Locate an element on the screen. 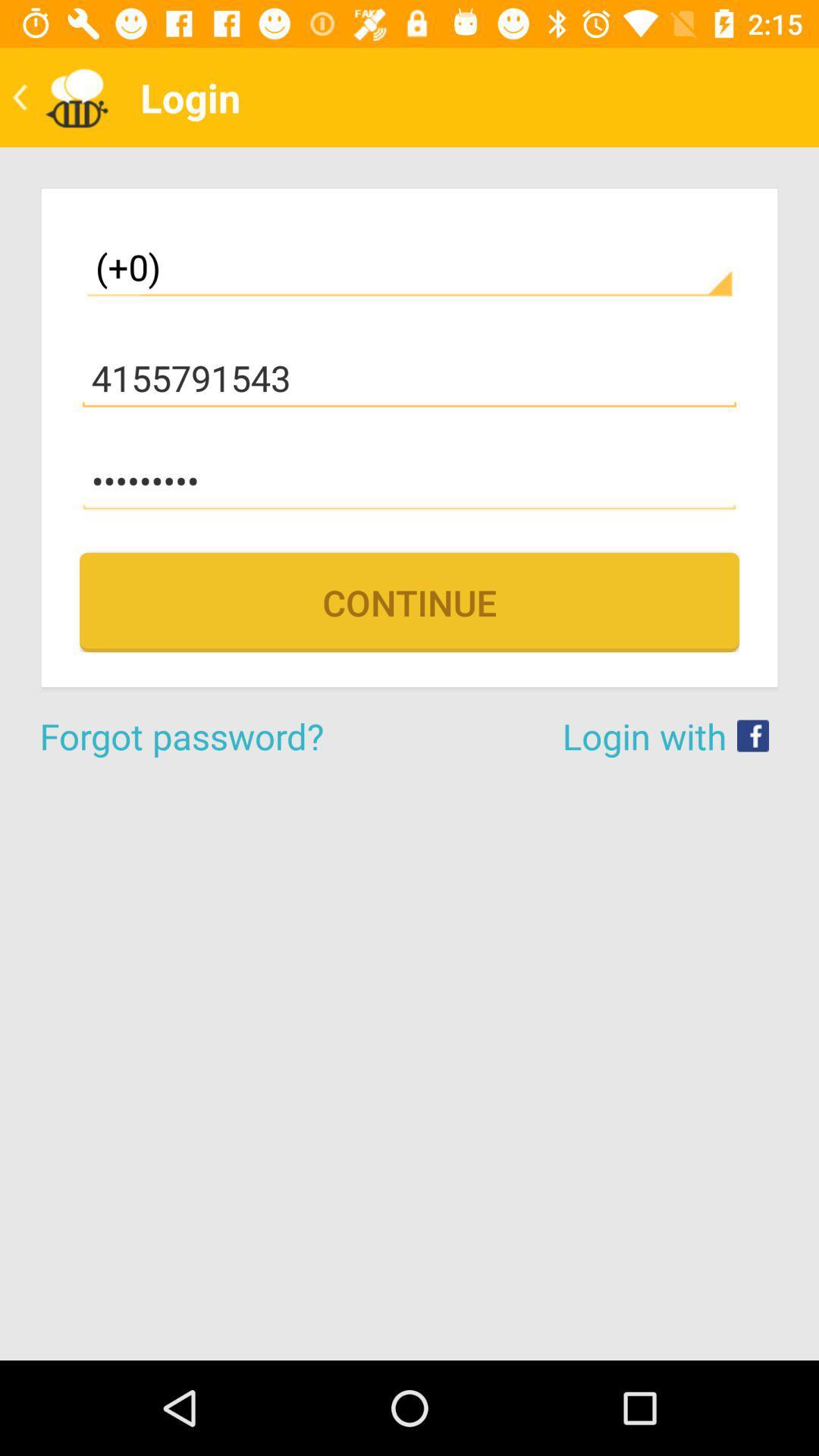 This screenshot has height=1456, width=819. the crowd3116 icon is located at coordinates (409, 480).